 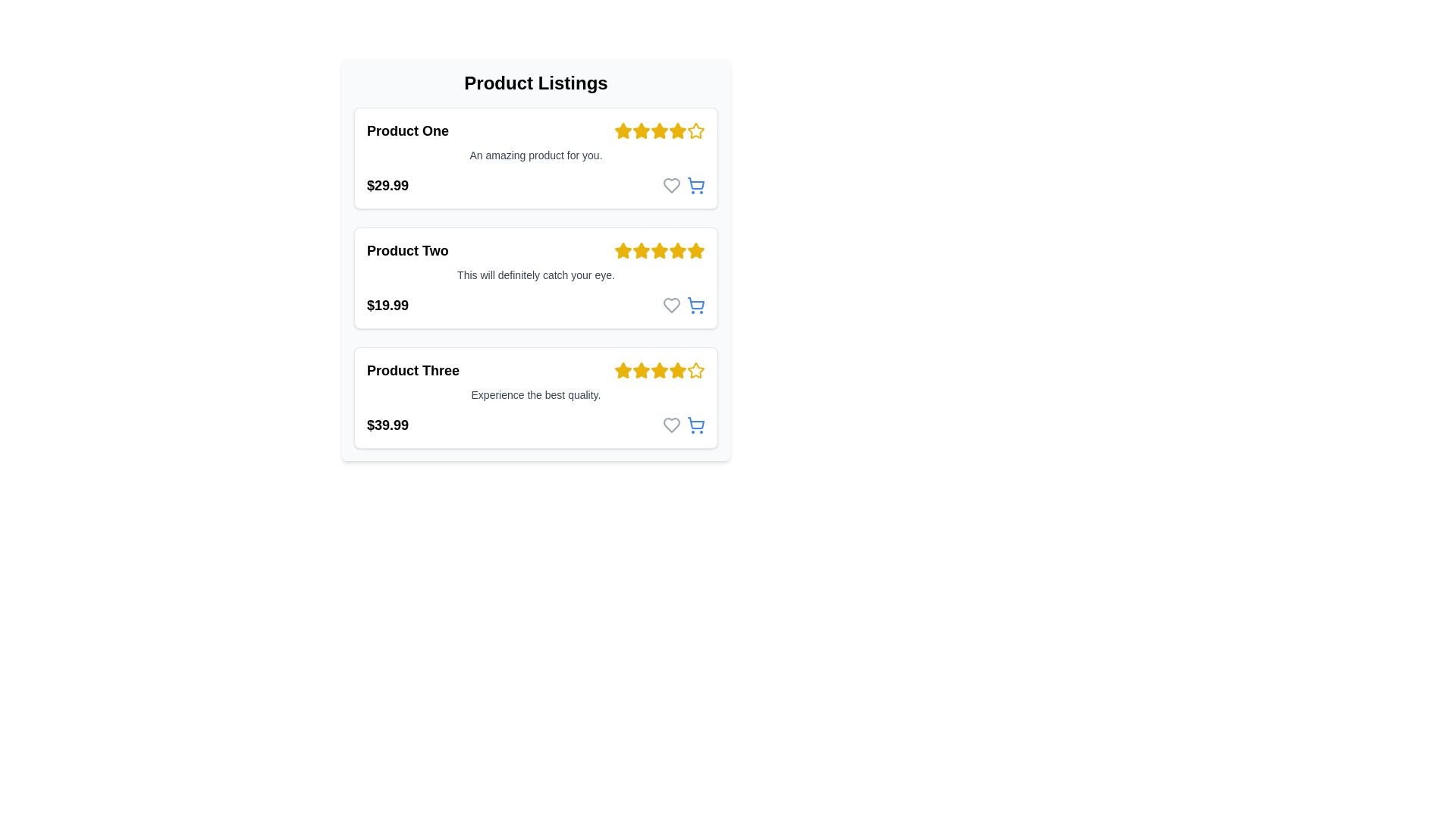 I want to click on the front curved part of the shopping cart icon located at the bottom-right corner of the product card for 'Product Two', so click(x=695, y=303).